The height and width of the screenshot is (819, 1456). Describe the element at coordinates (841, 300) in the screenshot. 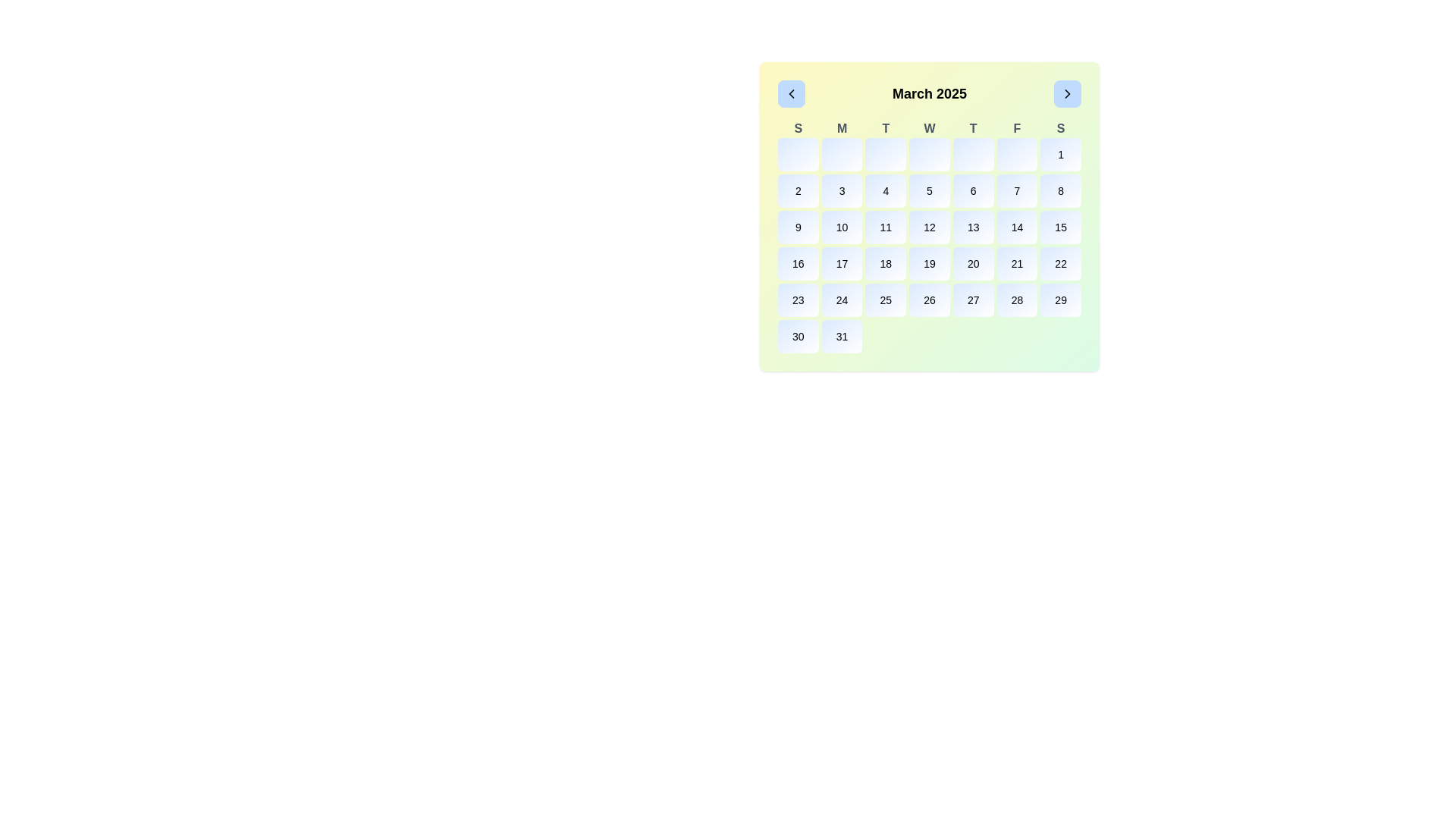

I see `the rounded rectangular button with a light blue to white gradient background containing the text '24' to interact with the specific date in the calendar grid` at that location.